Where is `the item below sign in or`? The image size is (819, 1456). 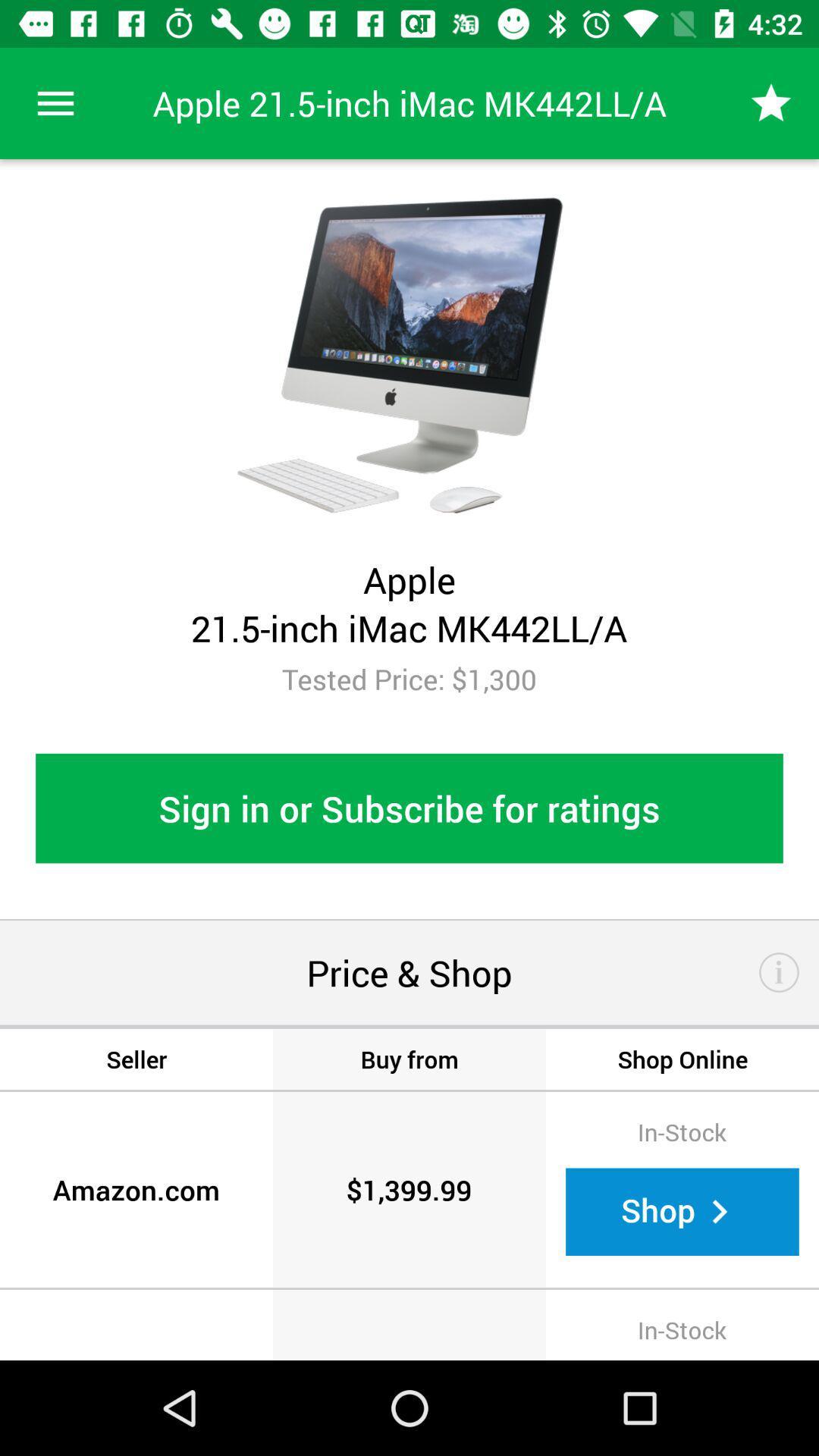 the item below sign in or is located at coordinates (779, 972).